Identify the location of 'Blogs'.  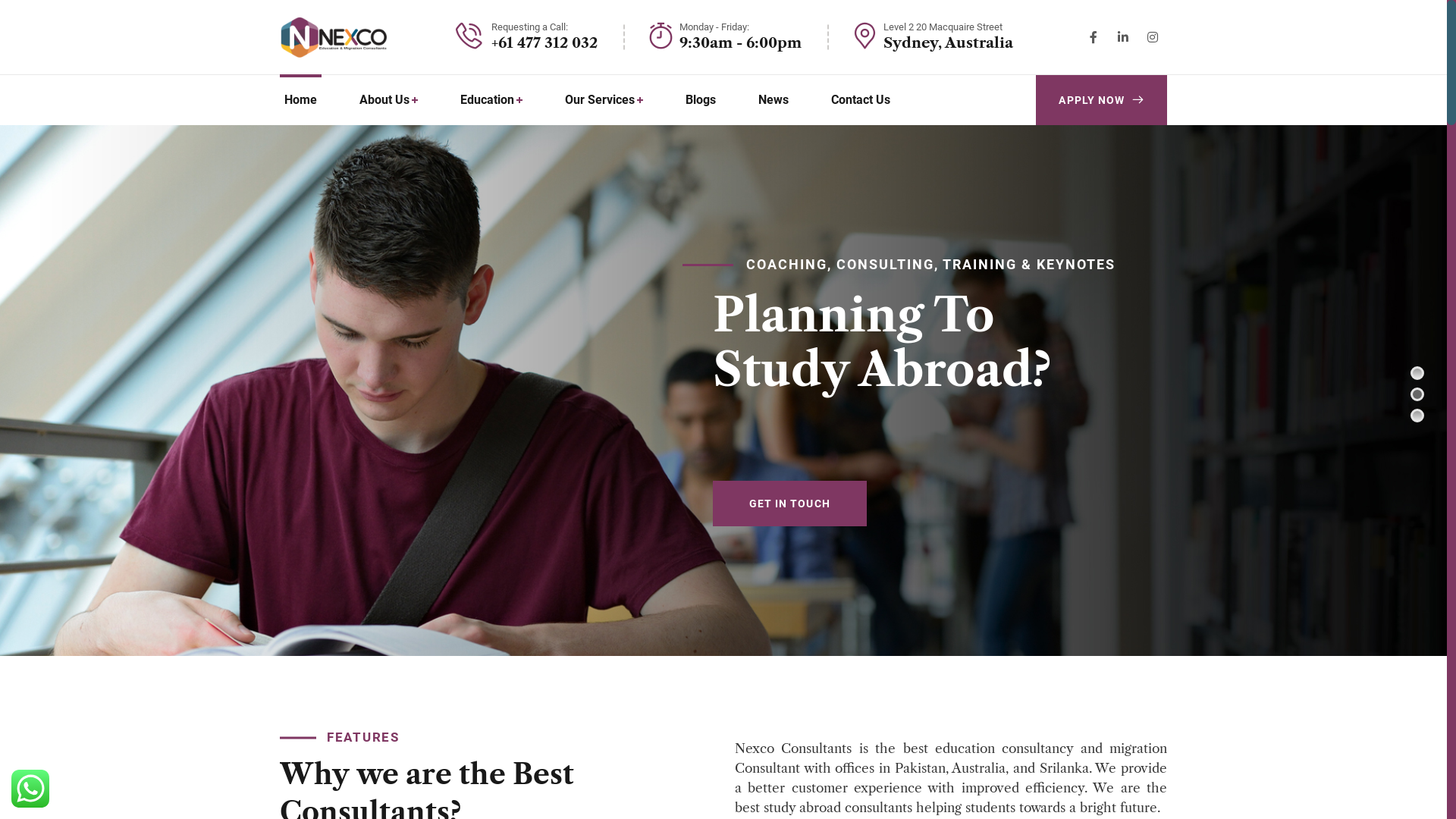
(679, 99).